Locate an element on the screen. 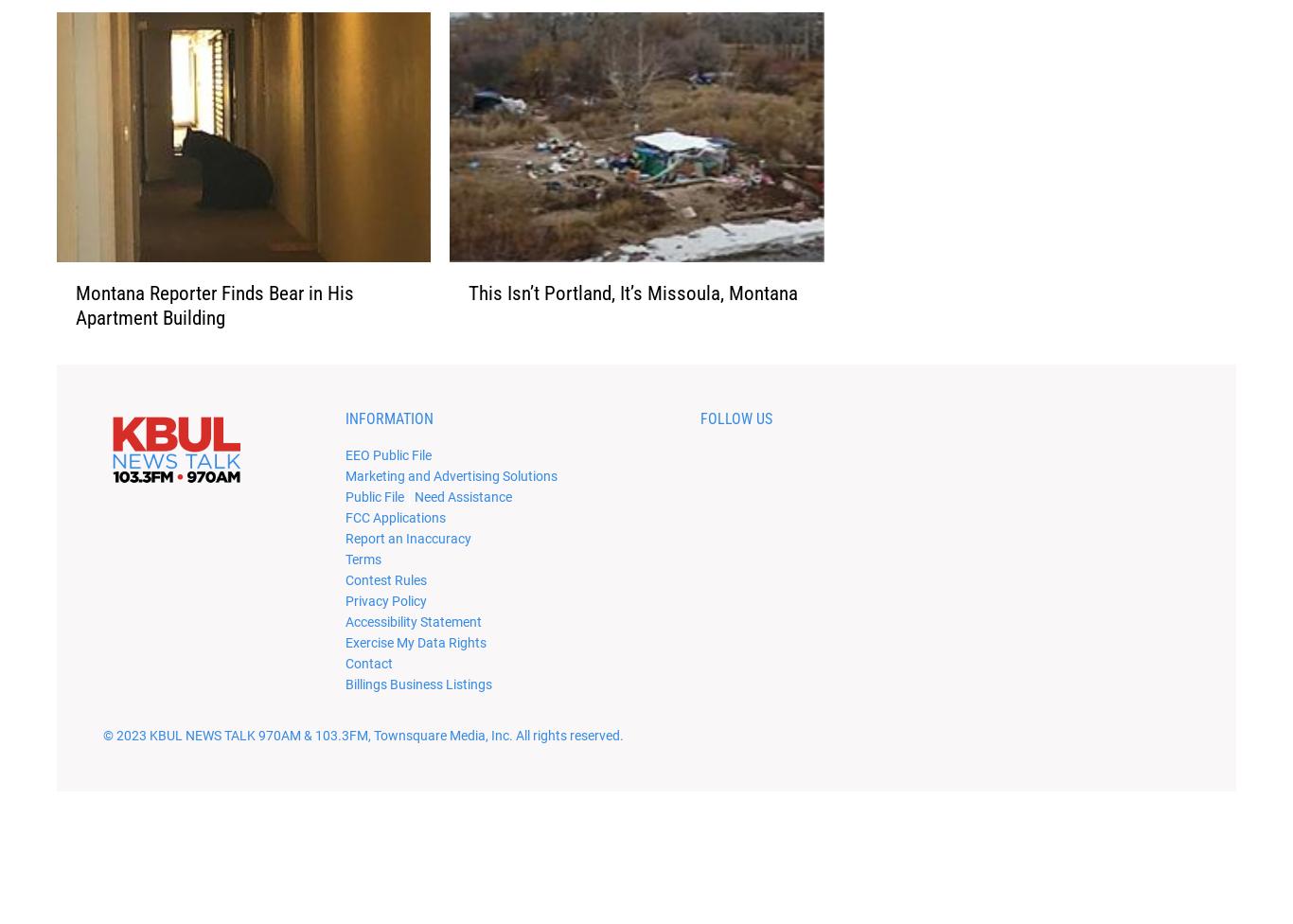  'Billings Business Listings' is located at coordinates (417, 713).